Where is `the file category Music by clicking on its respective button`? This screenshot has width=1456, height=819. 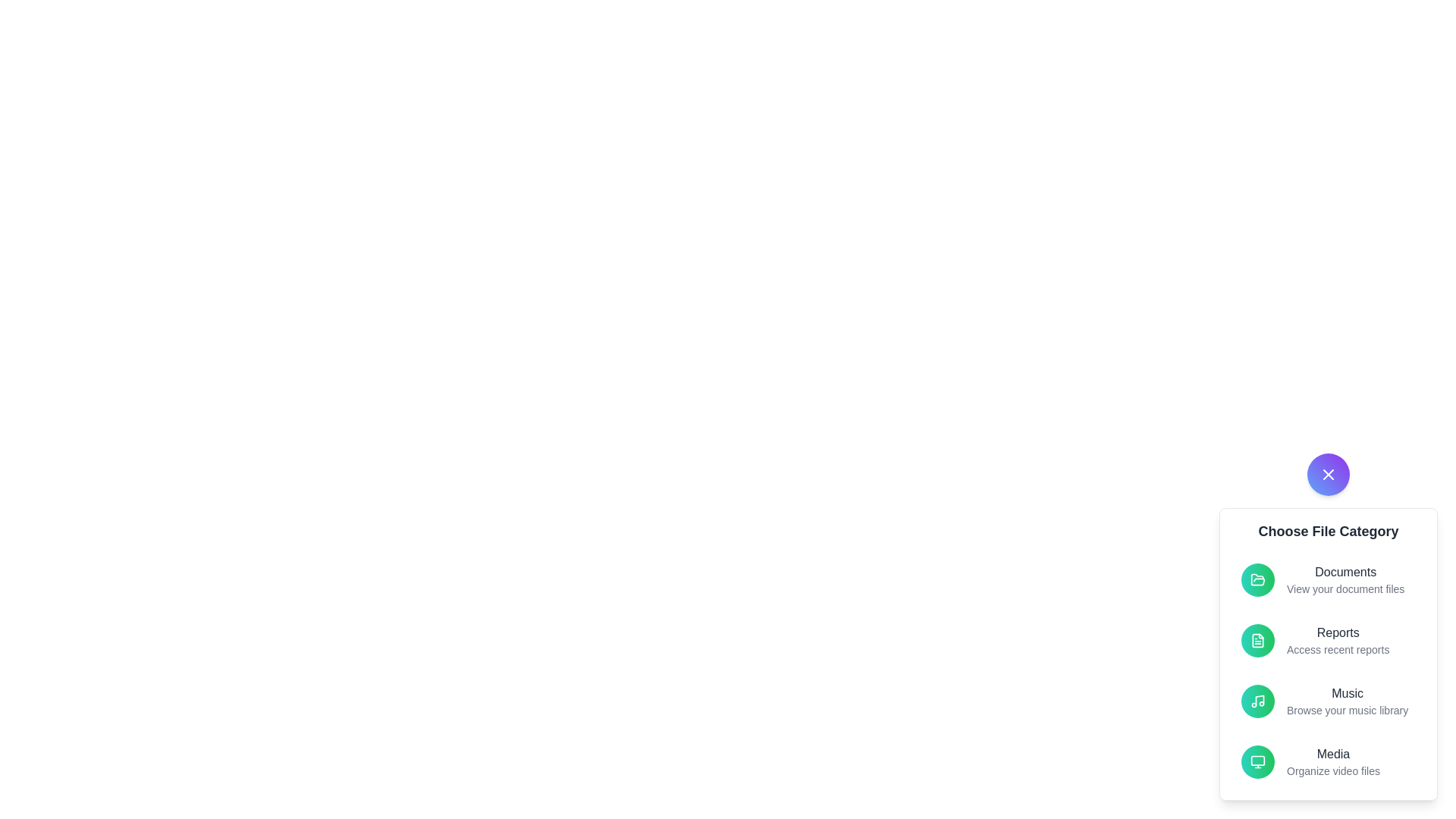 the file category Music by clicking on its respective button is located at coordinates (1258, 701).